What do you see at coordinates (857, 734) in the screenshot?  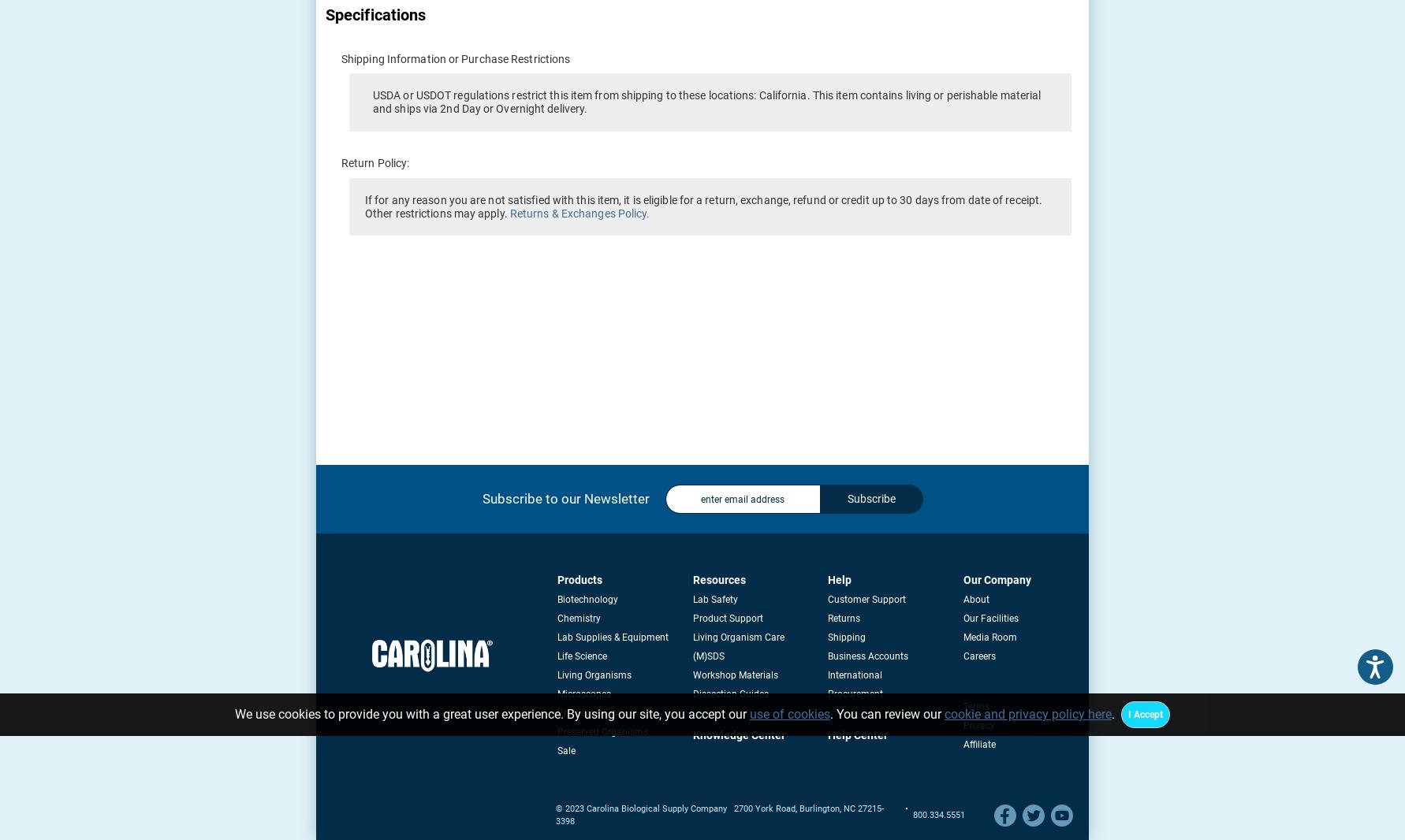 I see `'Help Center'` at bounding box center [857, 734].